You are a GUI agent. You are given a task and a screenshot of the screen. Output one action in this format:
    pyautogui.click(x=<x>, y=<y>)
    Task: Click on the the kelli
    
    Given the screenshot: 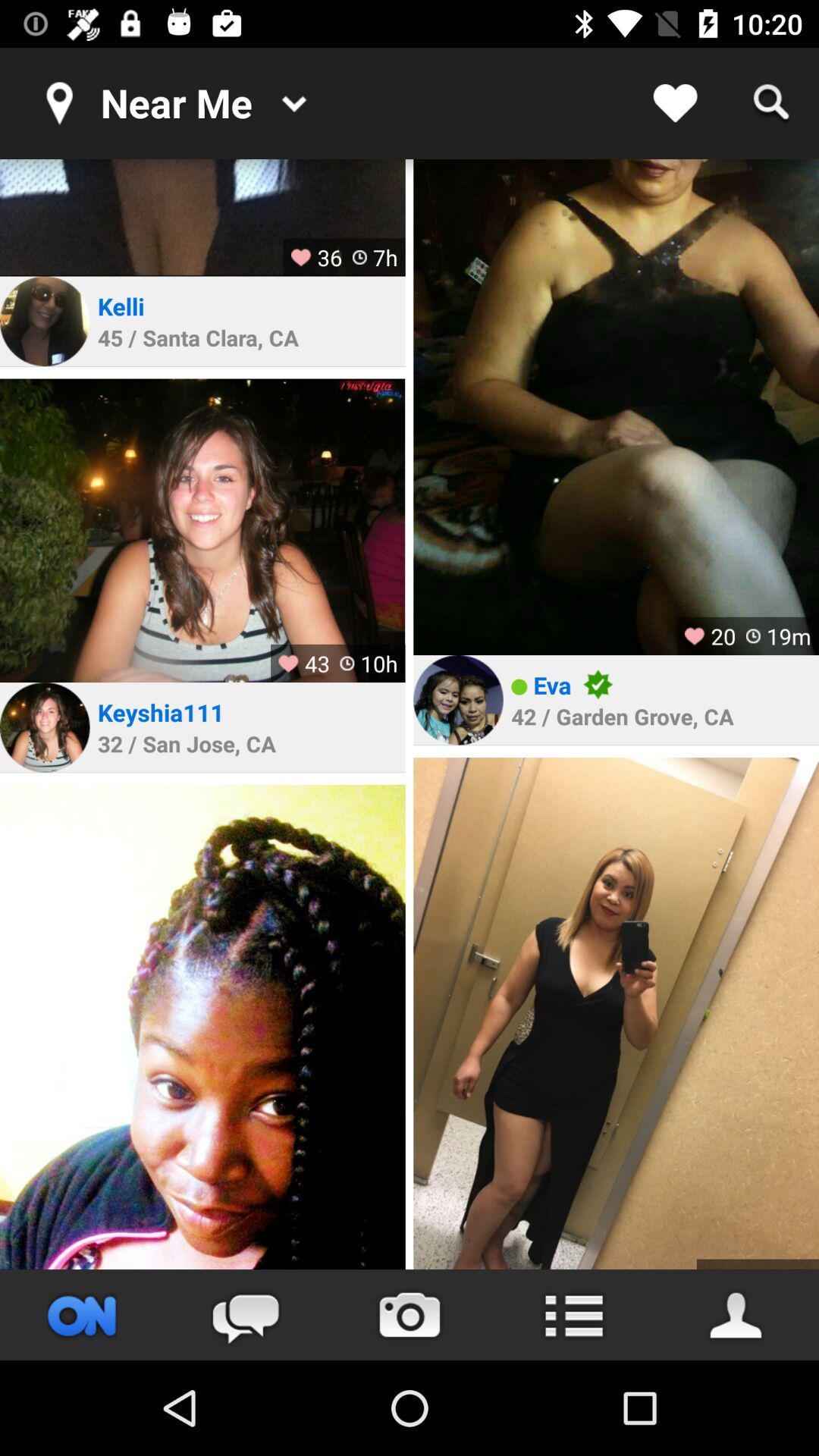 What is the action you would take?
    pyautogui.click(x=123, y=305)
    